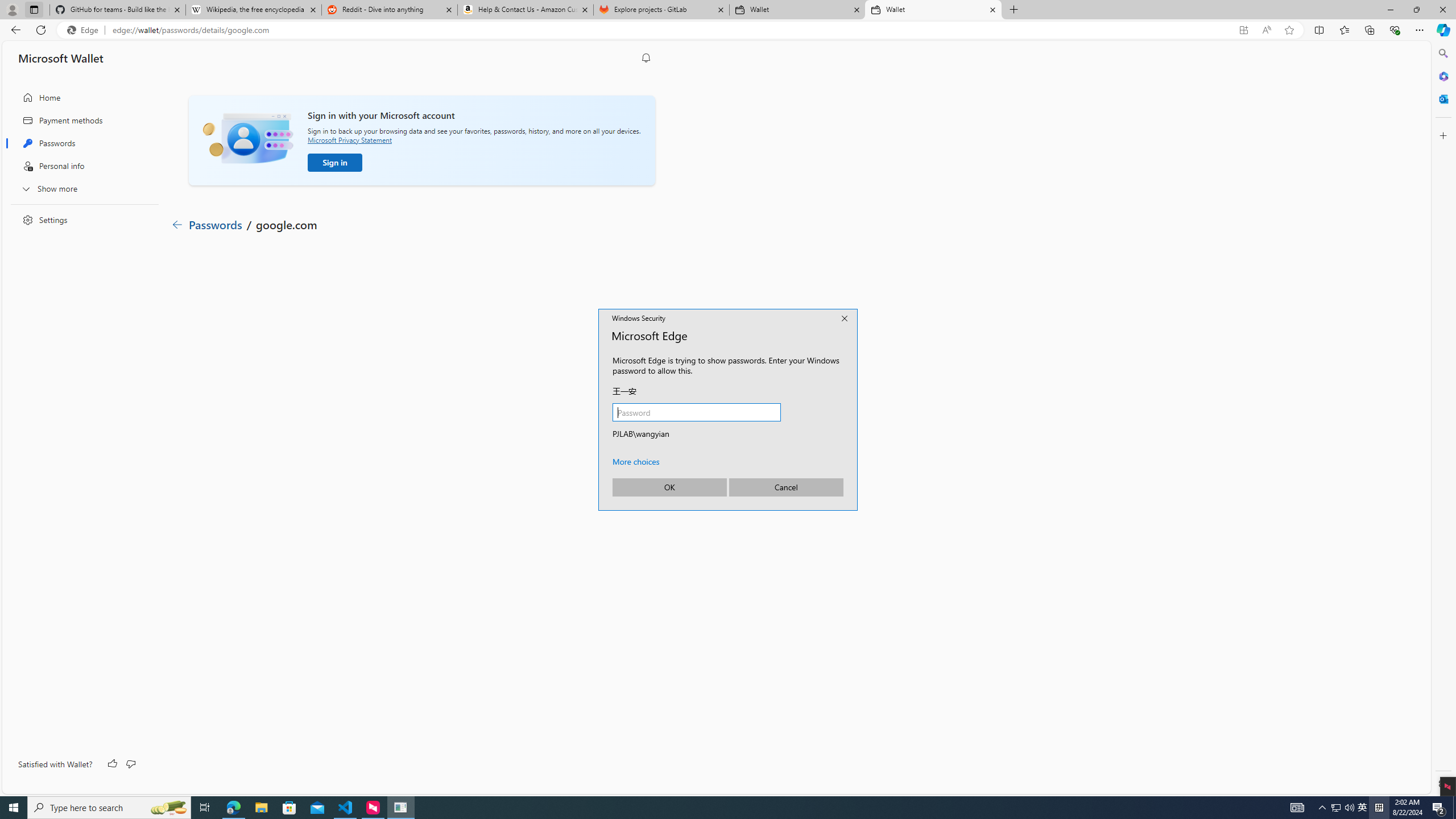  What do you see at coordinates (785, 486) in the screenshot?
I see `'Cancel'` at bounding box center [785, 486].